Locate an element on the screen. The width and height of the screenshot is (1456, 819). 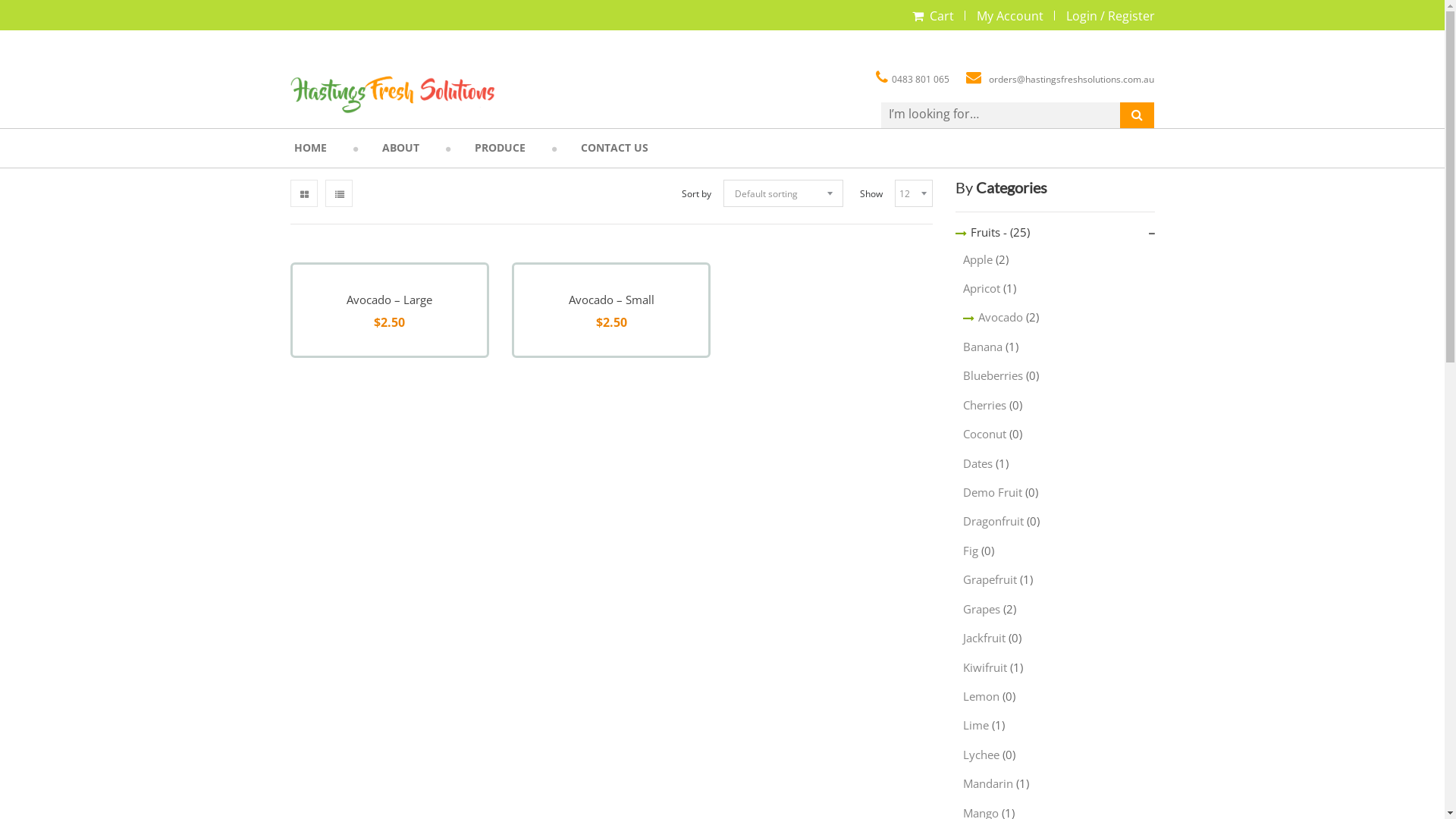
'Fruits -' is located at coordinates (981, 231).